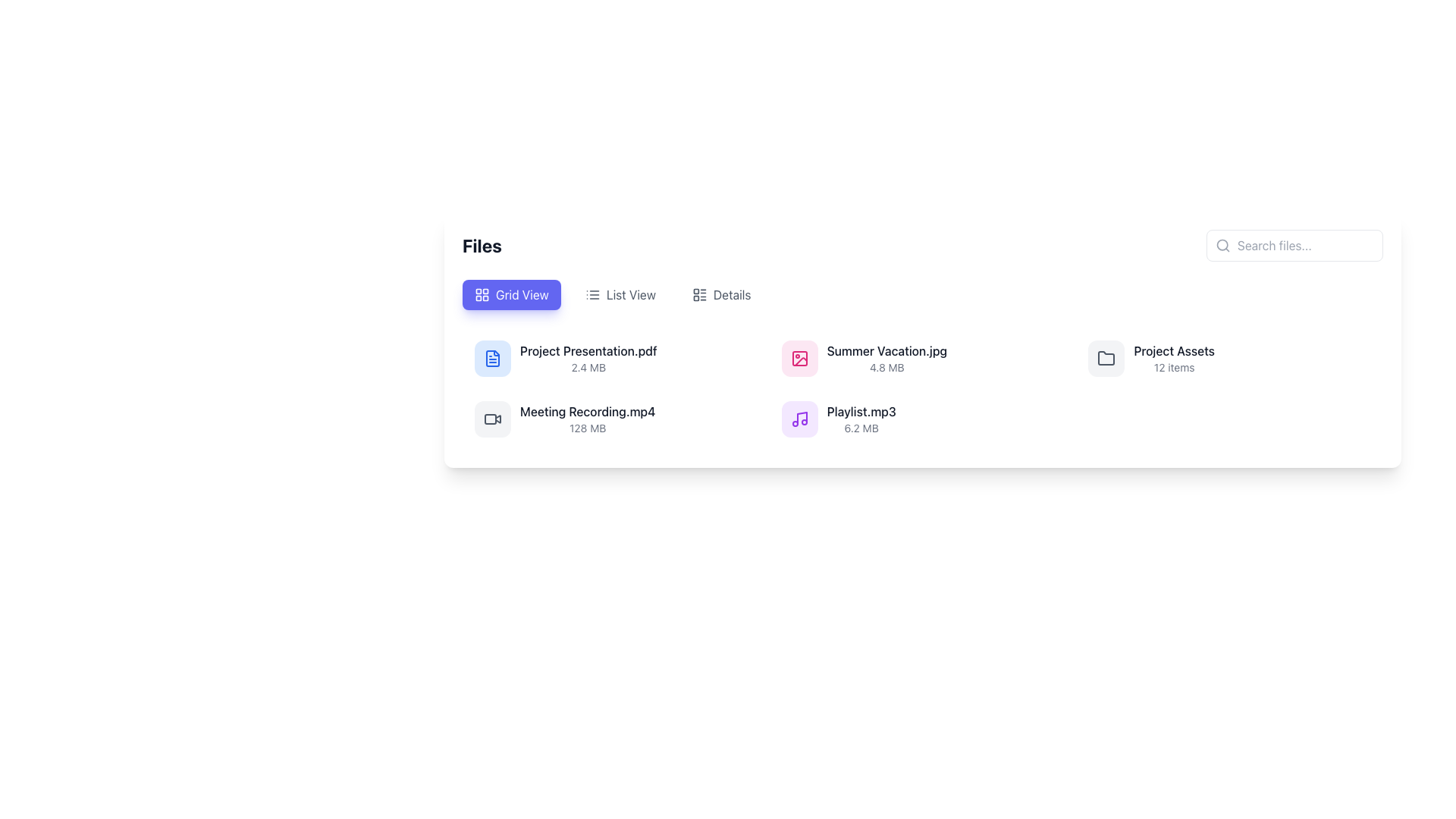 Image resolution: width=1456 pixels, height=819 pixels. Describe the element at coordinates (921, 359) in the screenshot. I see `the second File representation card in the grid, which represents an image file` at that location.